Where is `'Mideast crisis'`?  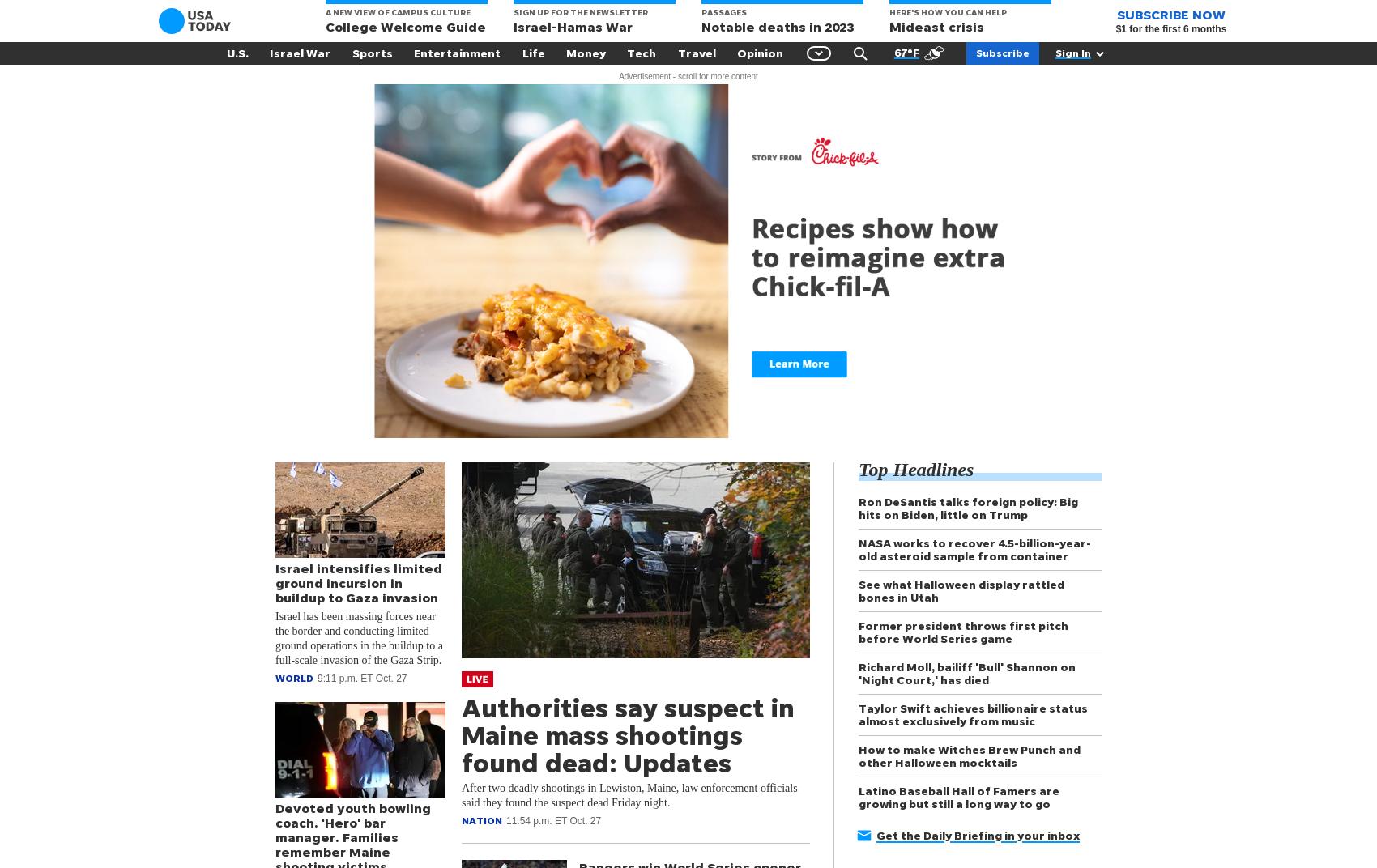
'Mideast crisis' is located at coordinates (889, 26).